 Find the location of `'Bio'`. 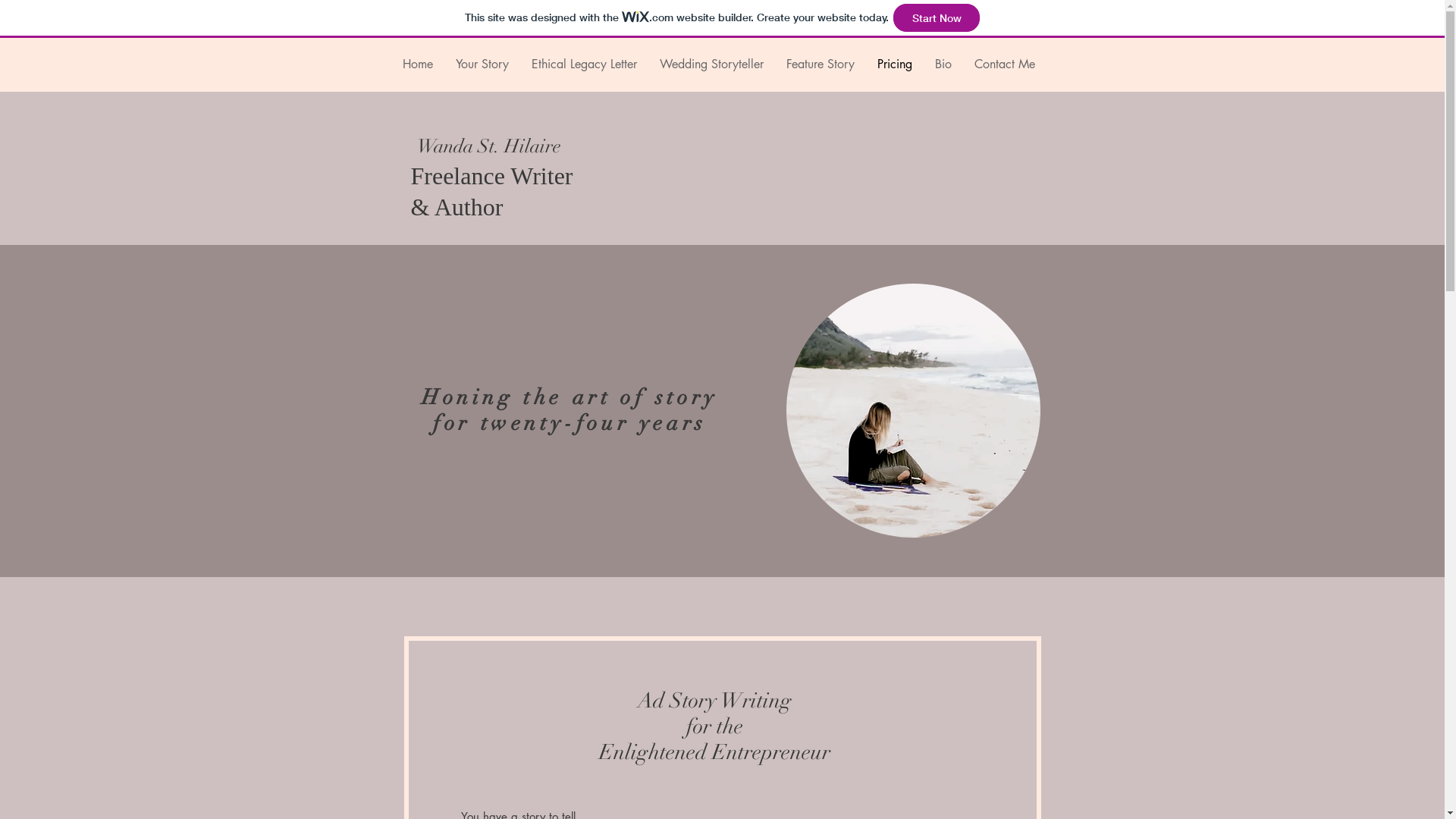

'Bio' is located at coordinates (923, 63).